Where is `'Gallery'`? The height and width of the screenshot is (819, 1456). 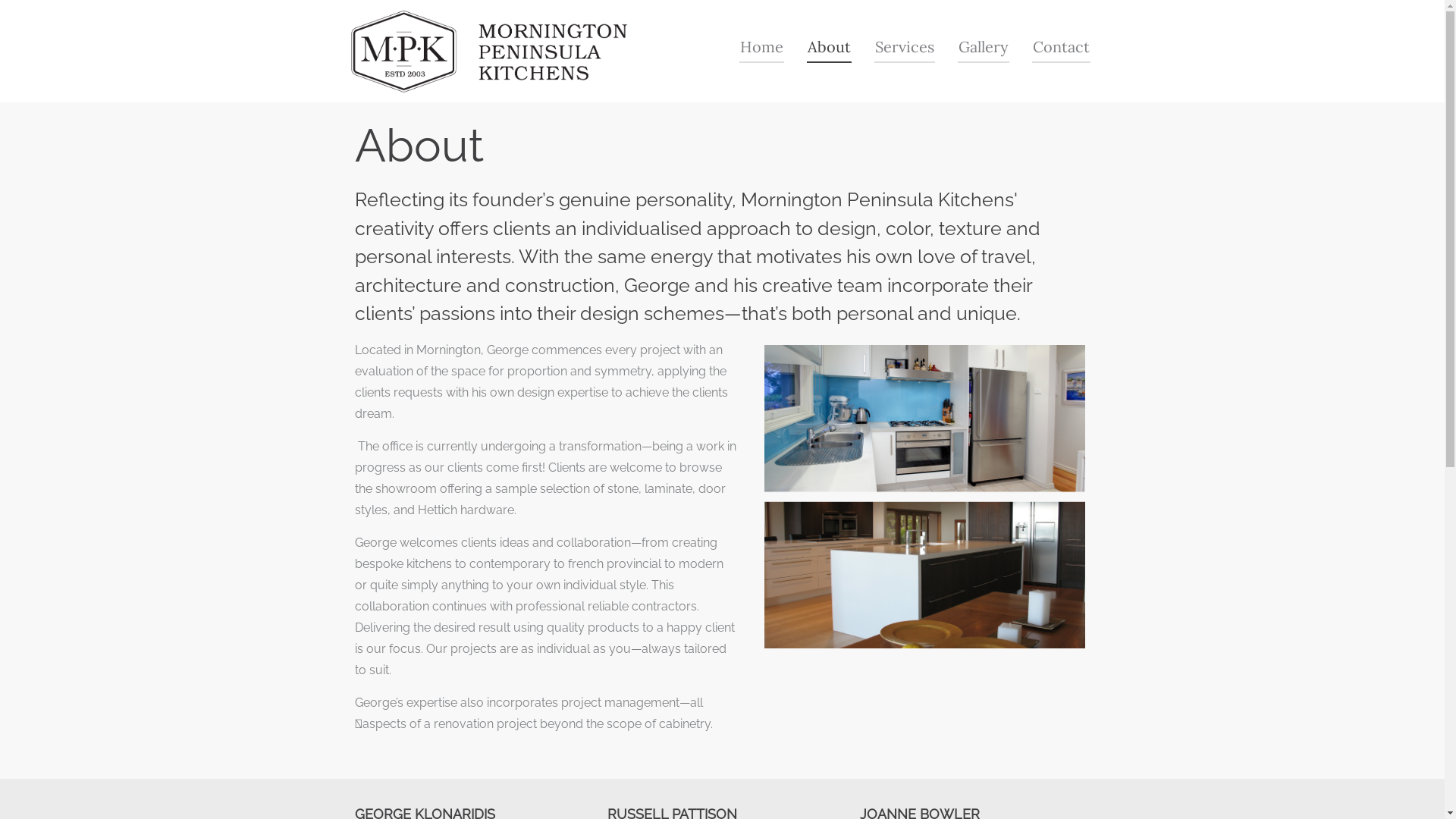 'Gallery' is located at coordinates (983, 46).